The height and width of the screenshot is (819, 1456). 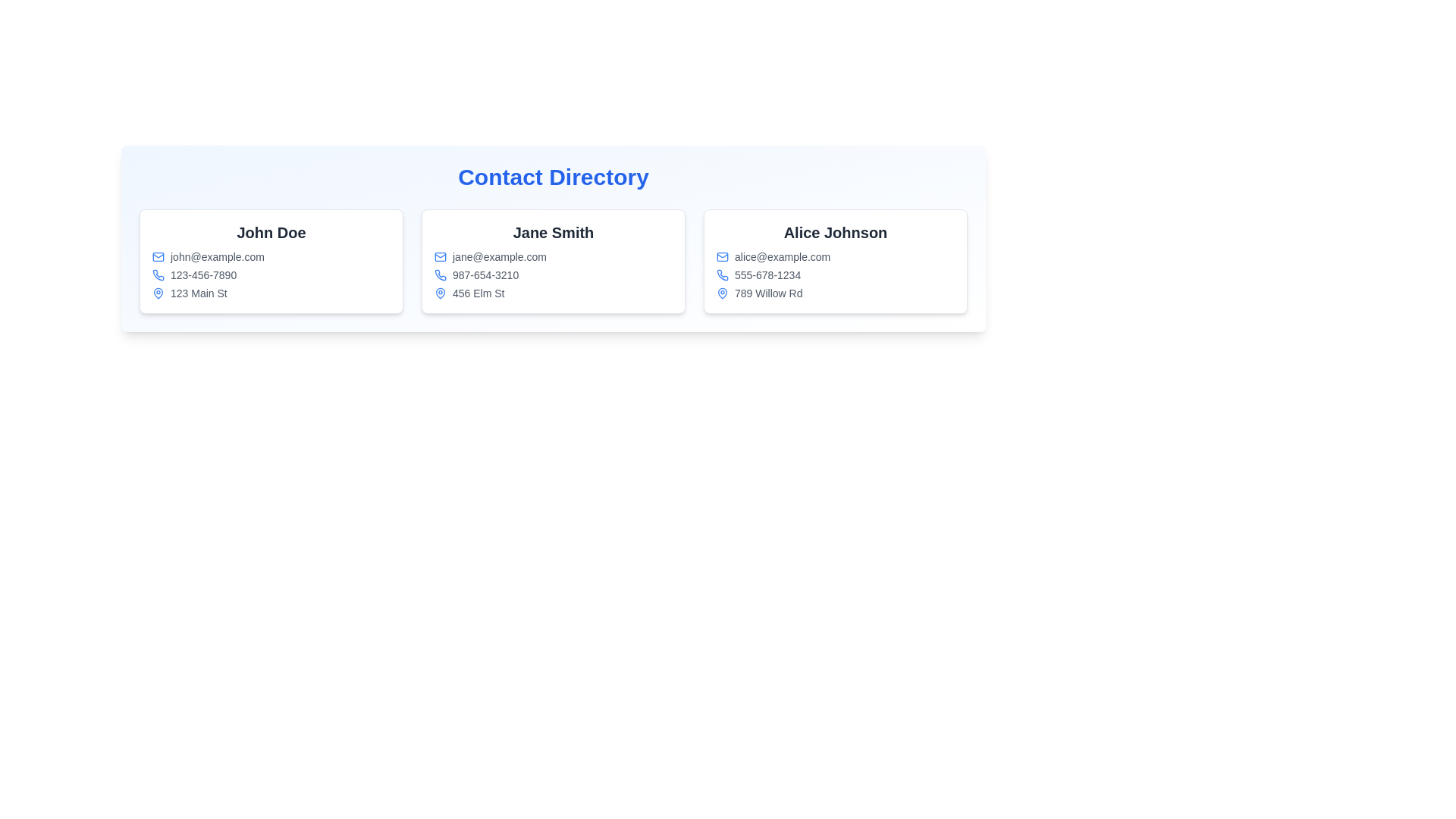 What do you see at coordinates (552, 177) in the screenshot?
I see `the 'Contact Directory' title text, which is styled in bold, large blue font and centrally aligned at the top of the interface` at bounding box center [552, 177].